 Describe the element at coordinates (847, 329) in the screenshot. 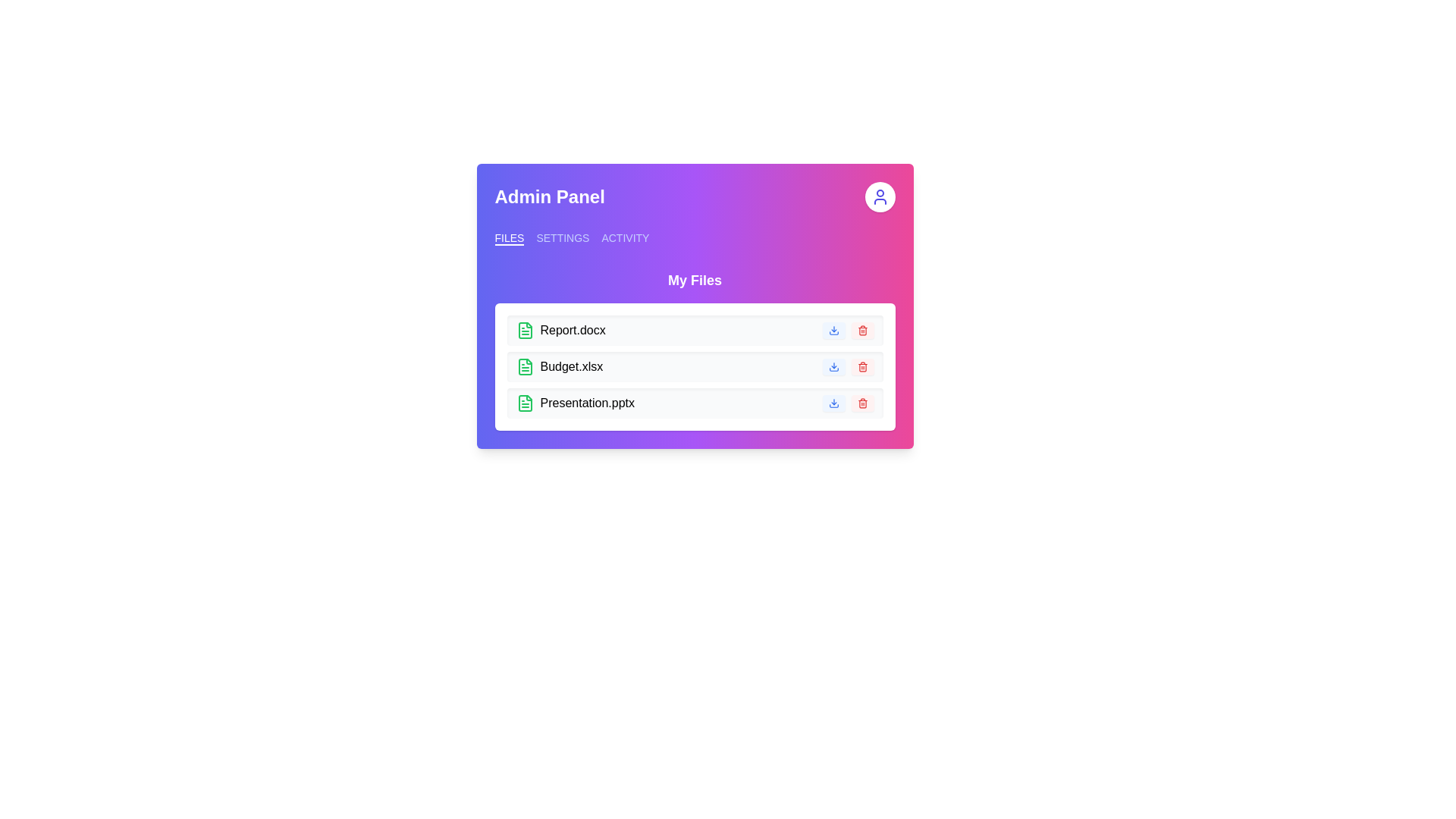

I see `the group of action buttons located on the right end of the row displaying 'Report.docx' in the 'My Files' section` at that location.